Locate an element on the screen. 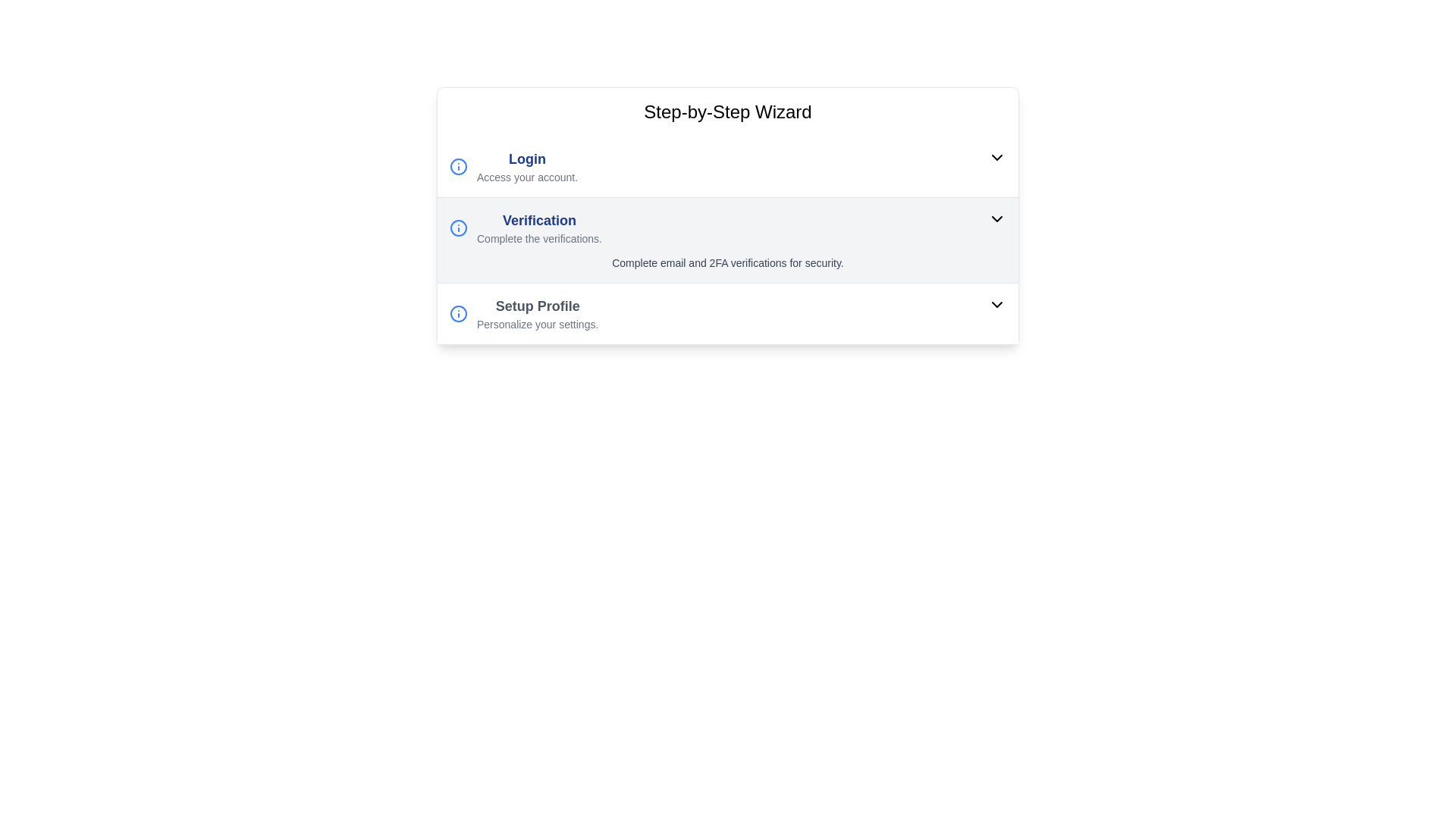 Image resolution: width=1456 pixels, height=819 pixels. the 'Setup Profile' informational segment is located at coordinates (728, 312).